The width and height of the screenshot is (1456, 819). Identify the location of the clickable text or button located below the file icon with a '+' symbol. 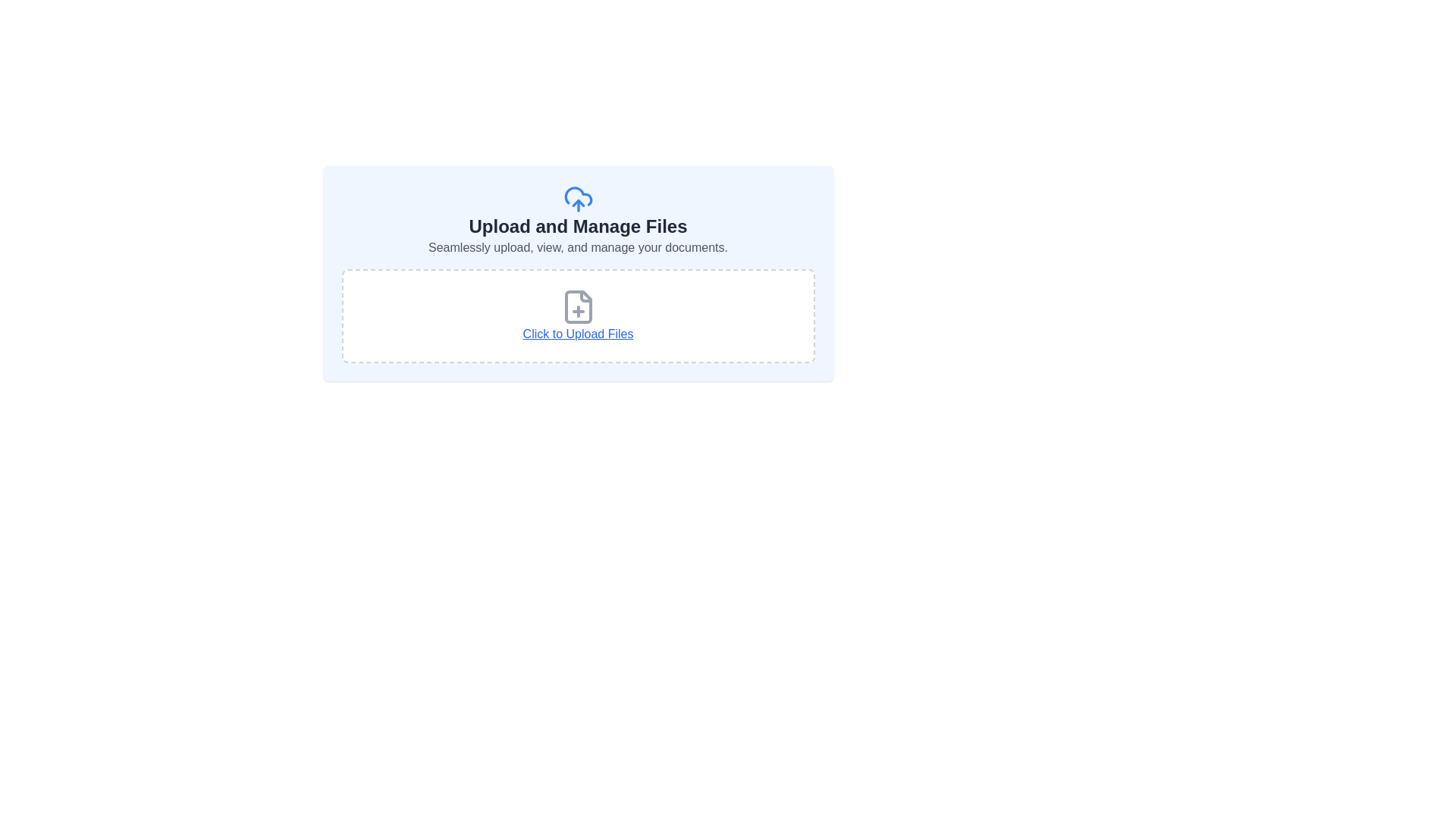
(577, 315).